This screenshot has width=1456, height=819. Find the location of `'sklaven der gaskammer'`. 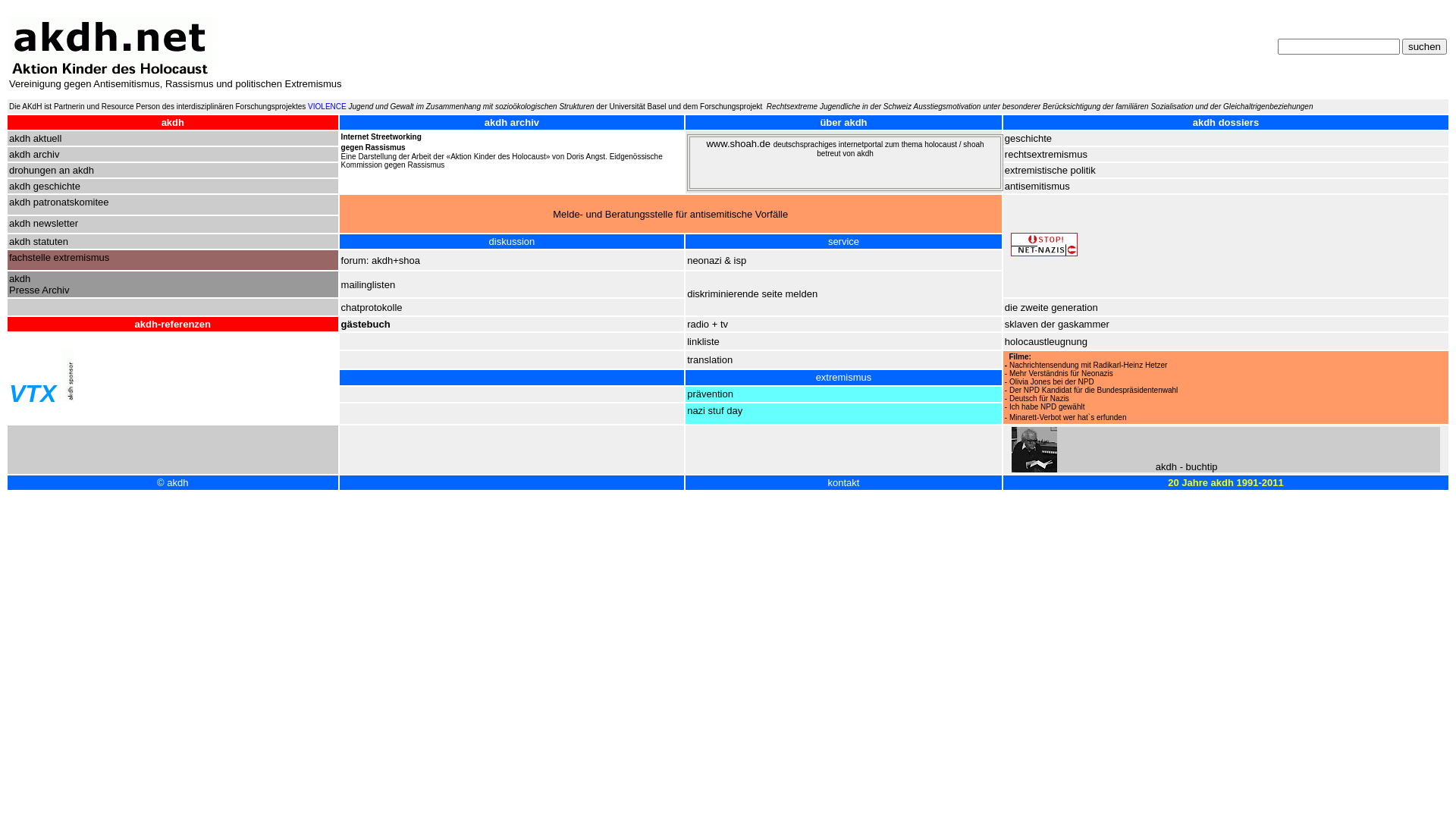

'sklaven der gaskammer' is located at coordinates (1004, 323).